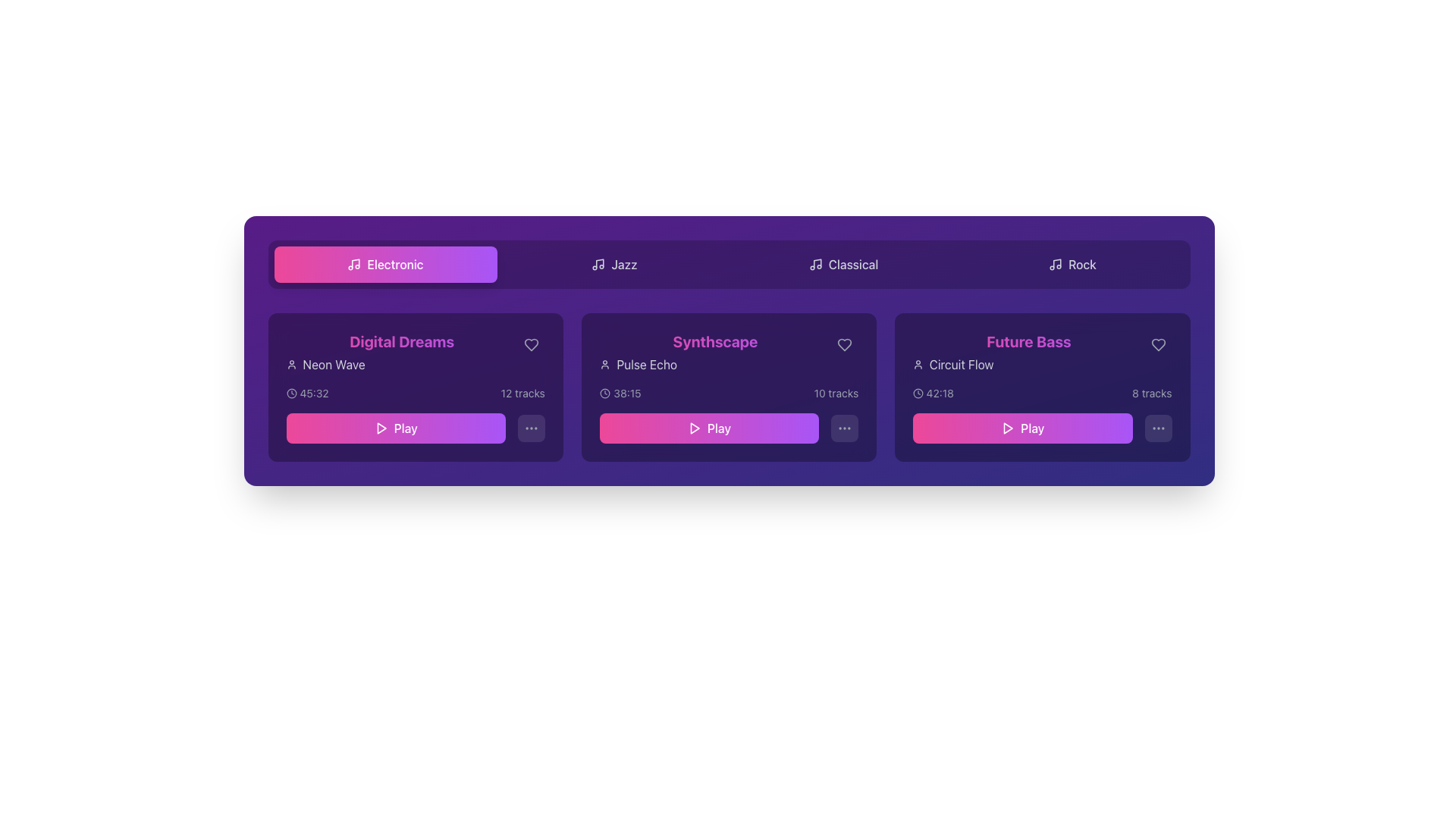 The width and height of the screenshot is (1456, 819). Describe the element at coordinates (1072, 263) in the screenshot. I see `the 'Rock' button` at that location.